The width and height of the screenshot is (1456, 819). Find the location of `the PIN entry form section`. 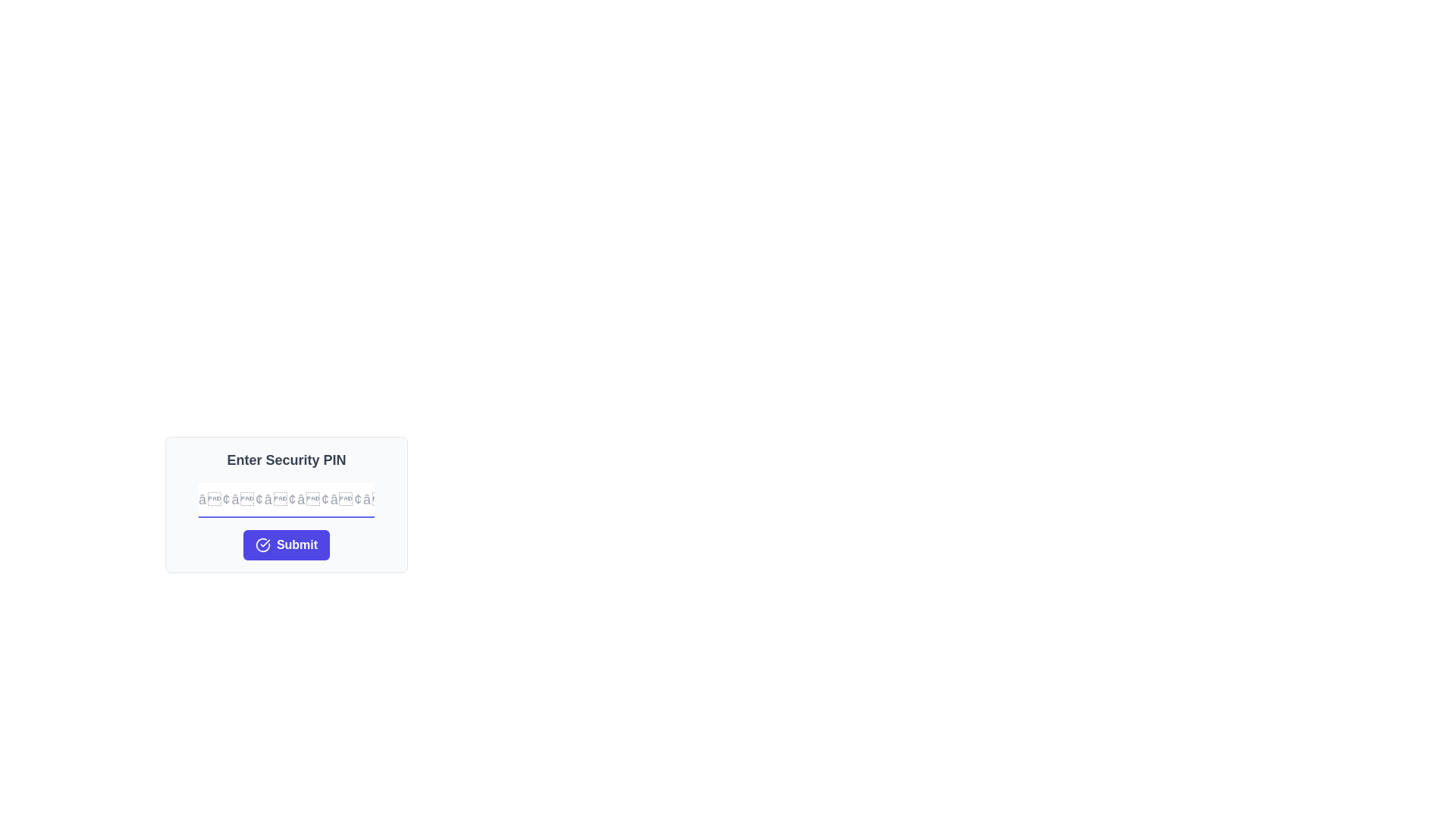

the PIN entry form section is located at coordinates (287, 505).